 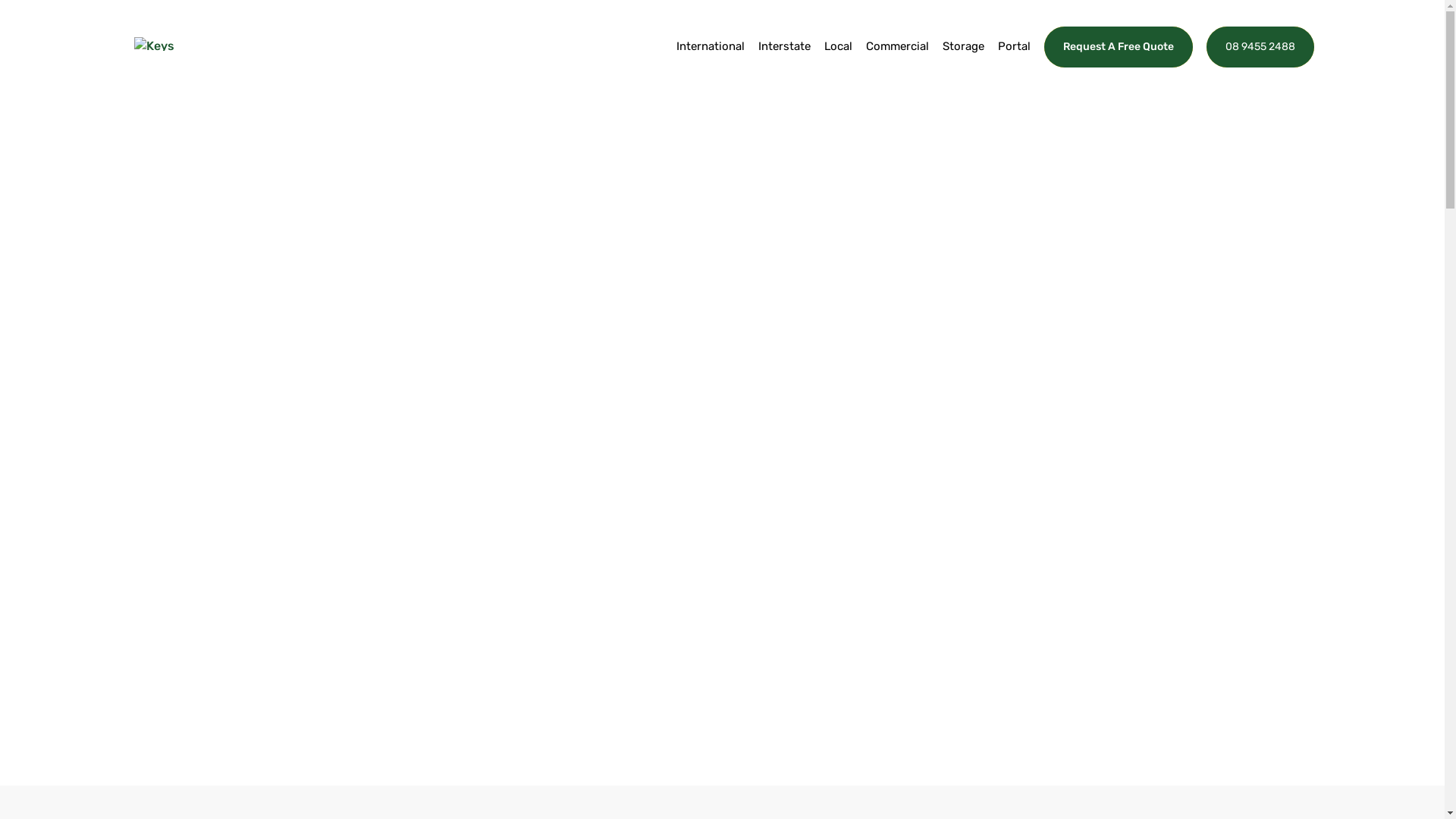 What do you see at coordinates (866, 63) in the screenshot?
I see `'Commercial'` at bounding box center [866, 63].